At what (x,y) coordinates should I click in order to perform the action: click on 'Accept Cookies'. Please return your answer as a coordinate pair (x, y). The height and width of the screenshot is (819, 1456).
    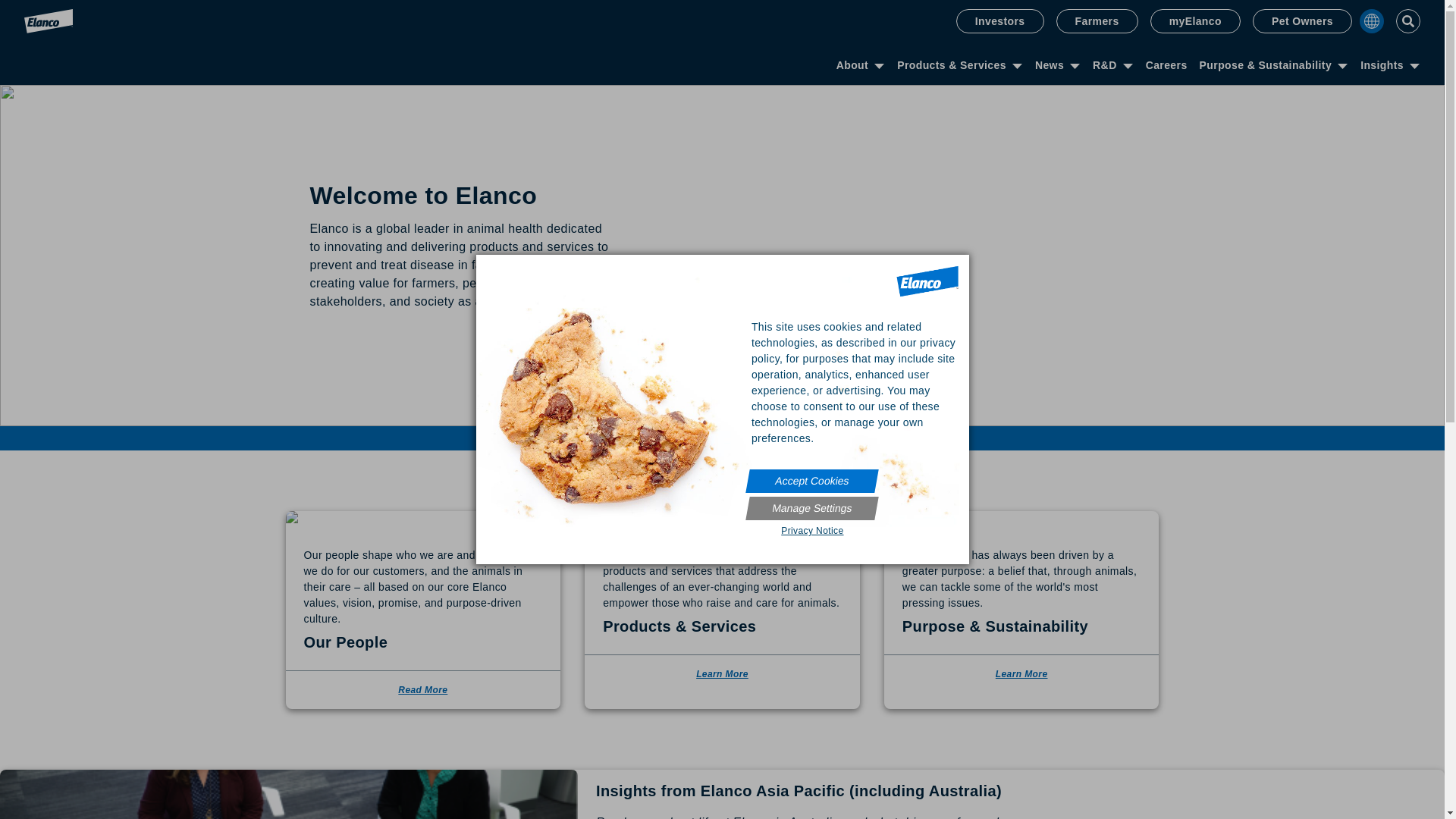
    Looking at the image, I should click on (810, 481).